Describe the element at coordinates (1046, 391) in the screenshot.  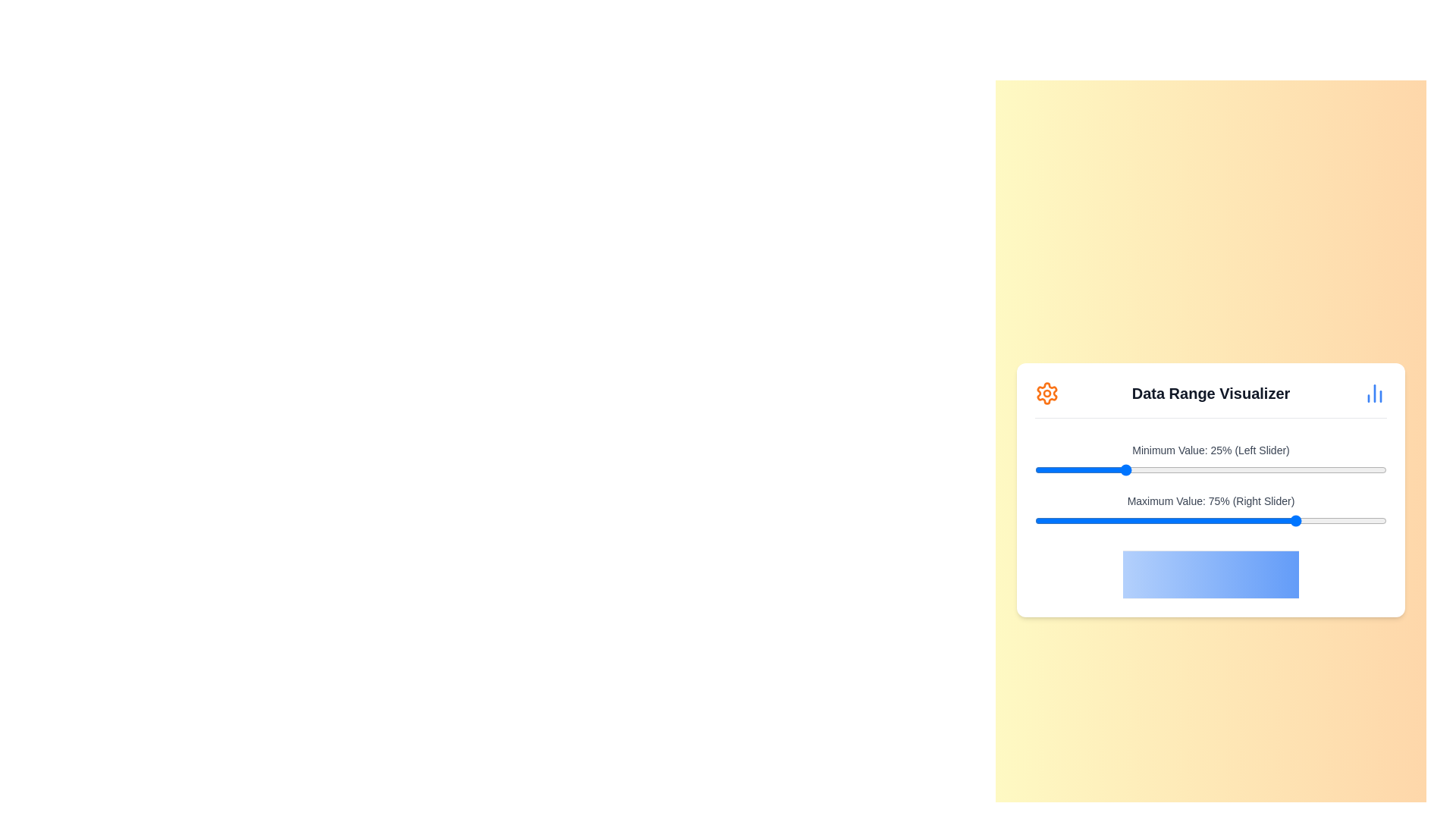
I see `the settings icon button located at the top-left of the 'Data Range Visualizer' section, which is the left-most element in this row` at that location.